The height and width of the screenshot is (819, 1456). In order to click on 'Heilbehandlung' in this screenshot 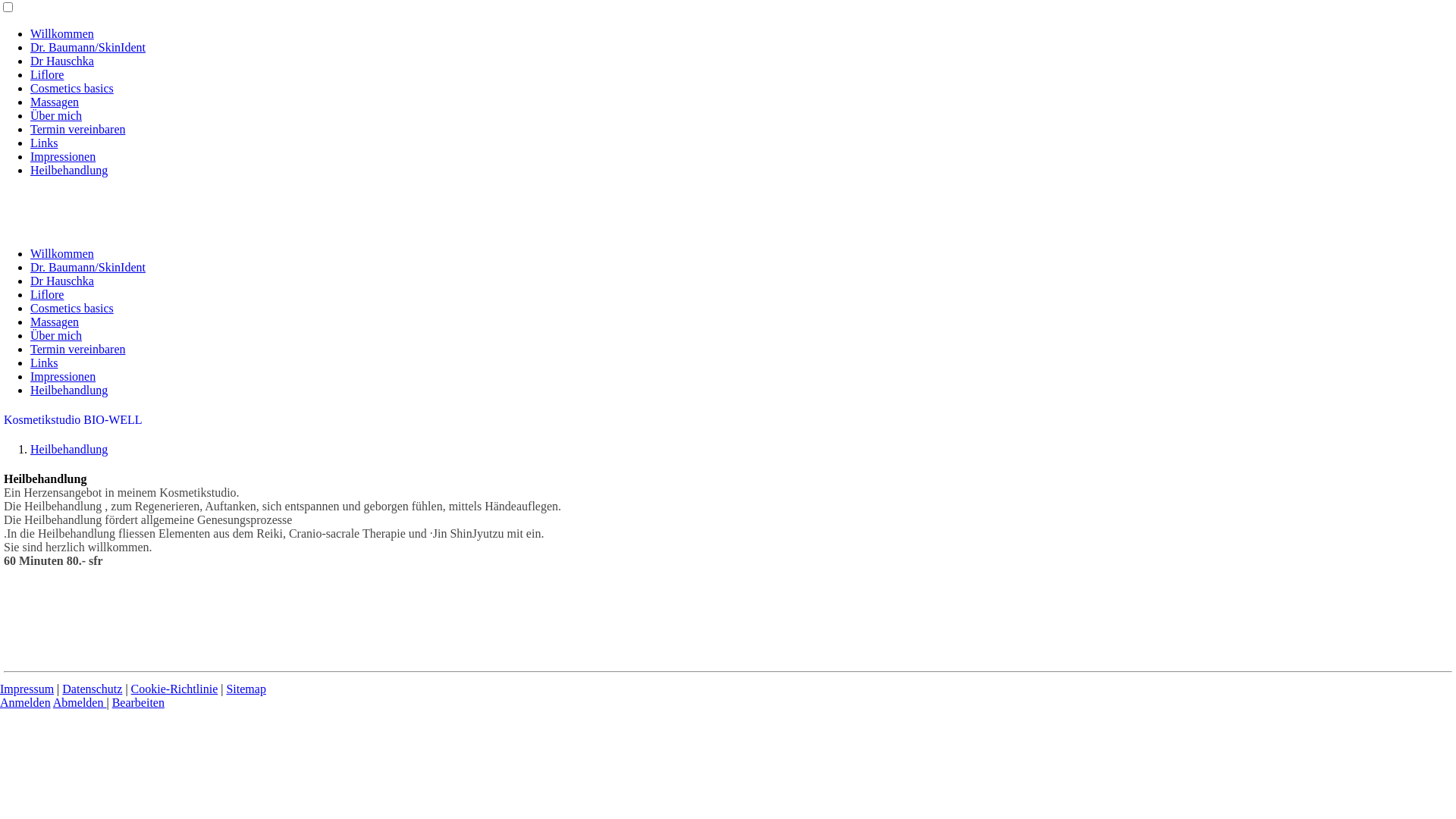, I will do `click(68, 448)`.